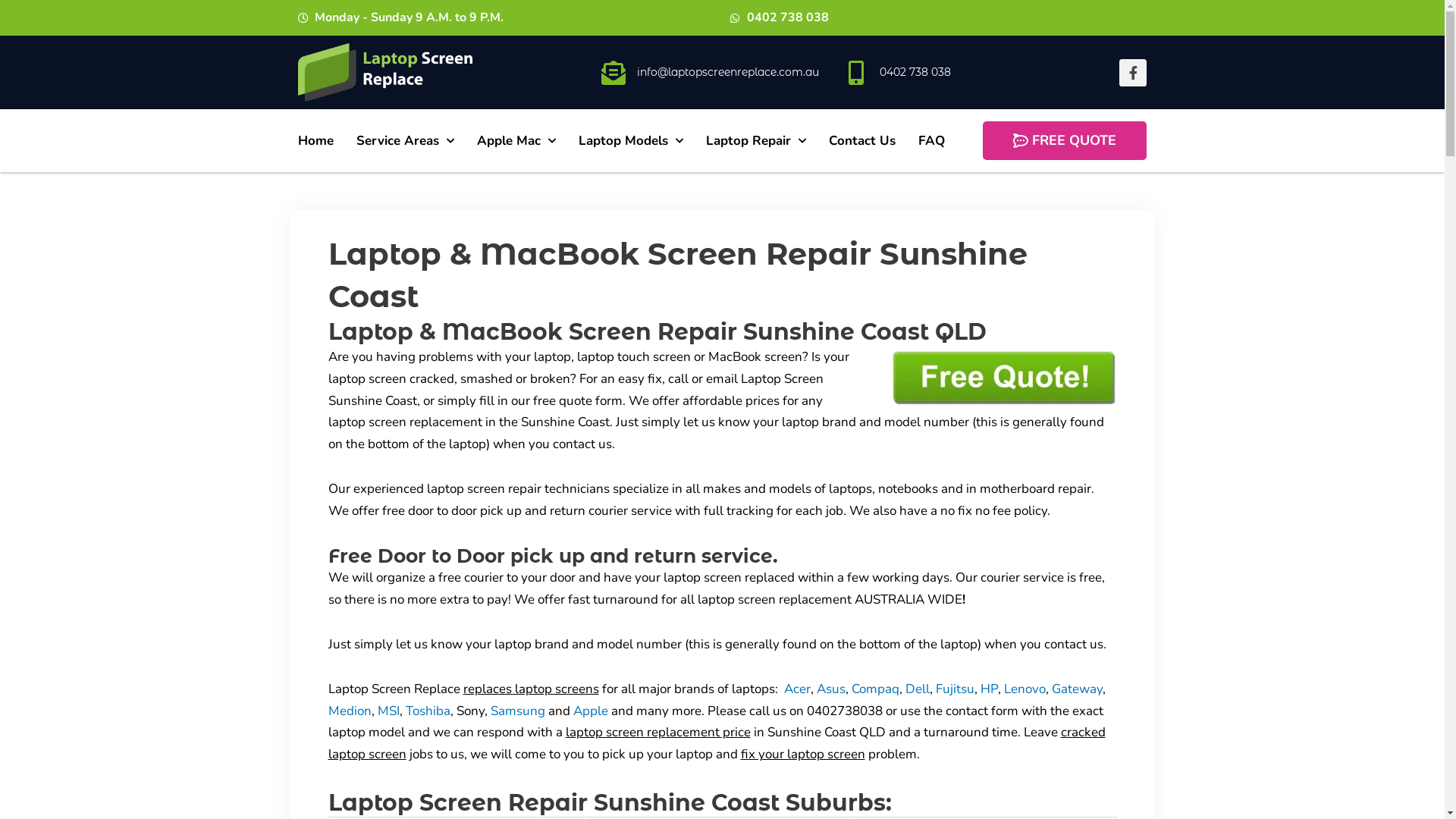 This screenshot has width=1456, height=819. What do you see at coordinates (516, 711) in the screenshot?
I see `'Samsung'` at bounding box center [516, 711].